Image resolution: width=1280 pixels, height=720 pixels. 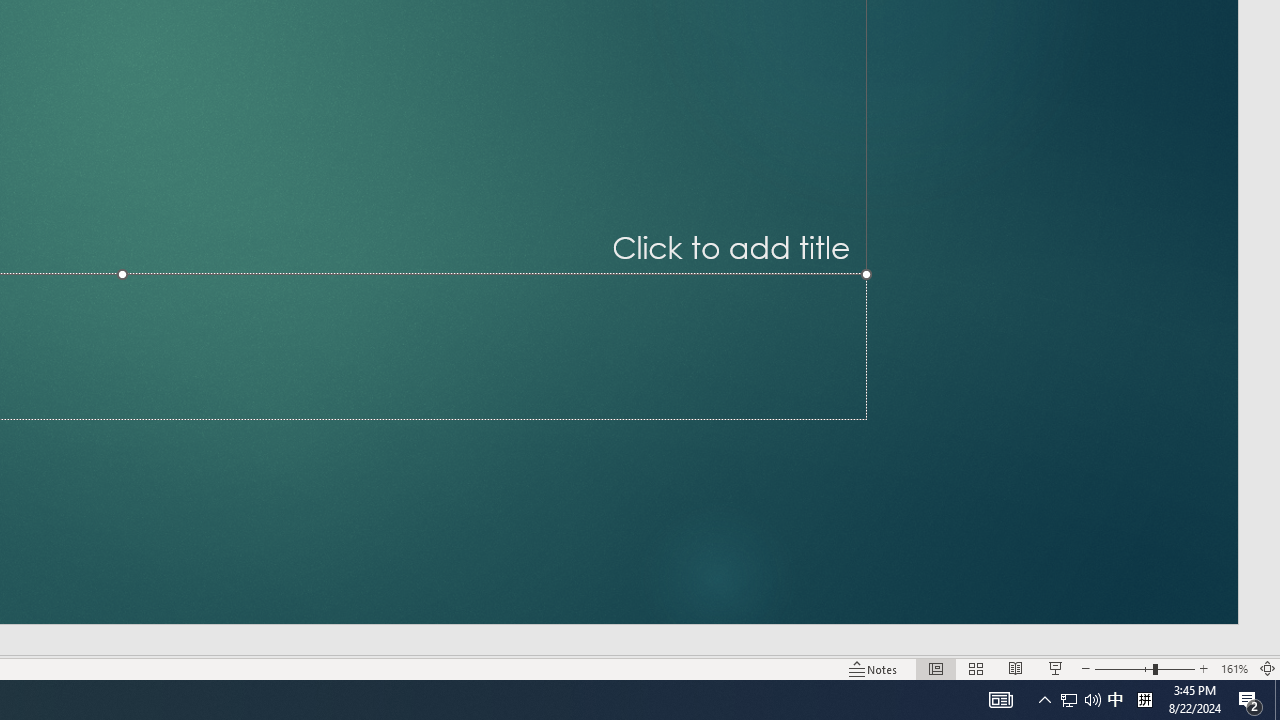 I want to click on 'Slide Sorter', so click(x=976, y=669).